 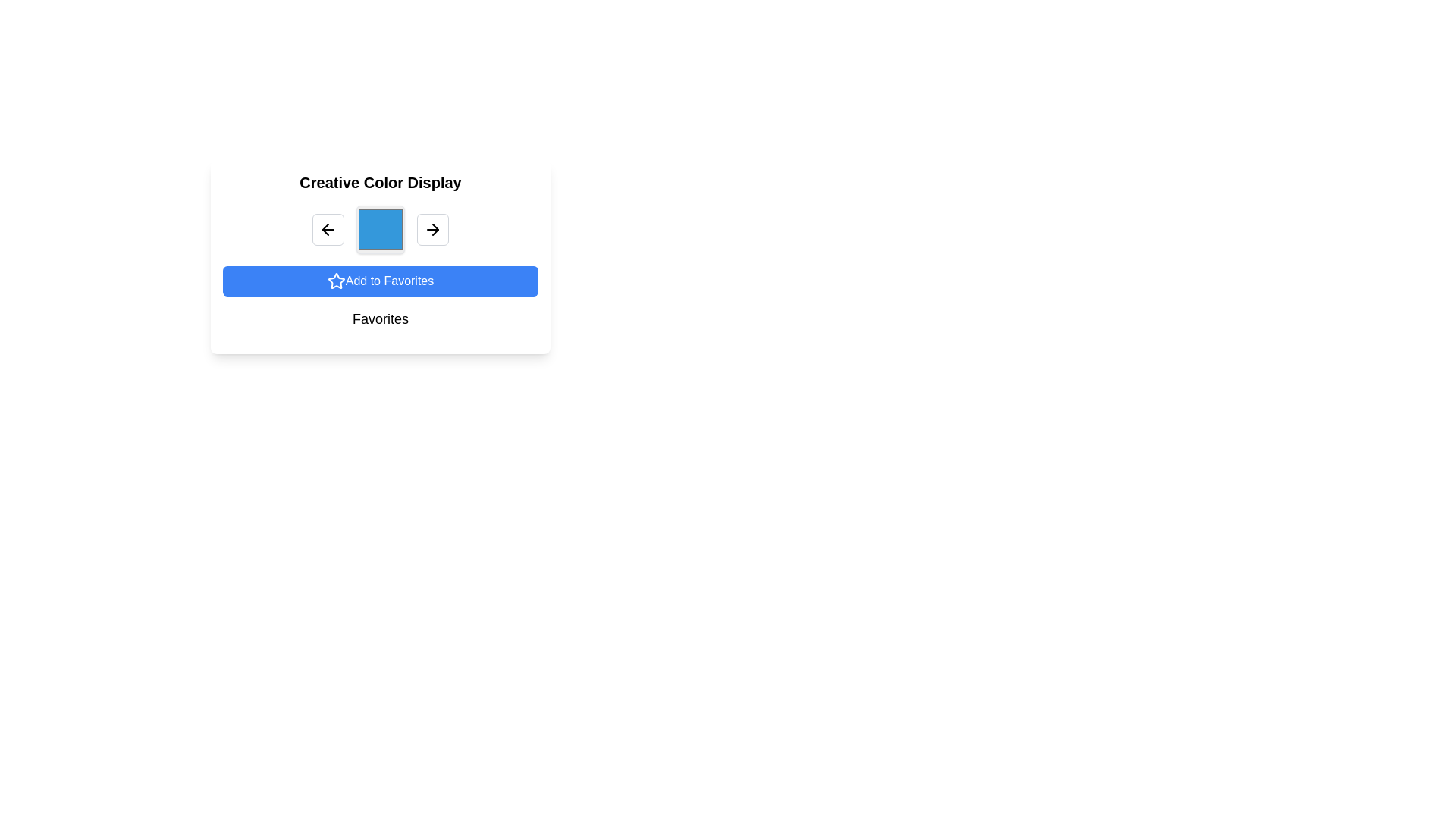 What do you see at coordinates (325, 230) in the screenshot?
I see `the left arrow icon located to the left of the square blue color indicator in the horizontal arrangement beneath the text 'Creative Color Display'` at bounding box center [325, 230].